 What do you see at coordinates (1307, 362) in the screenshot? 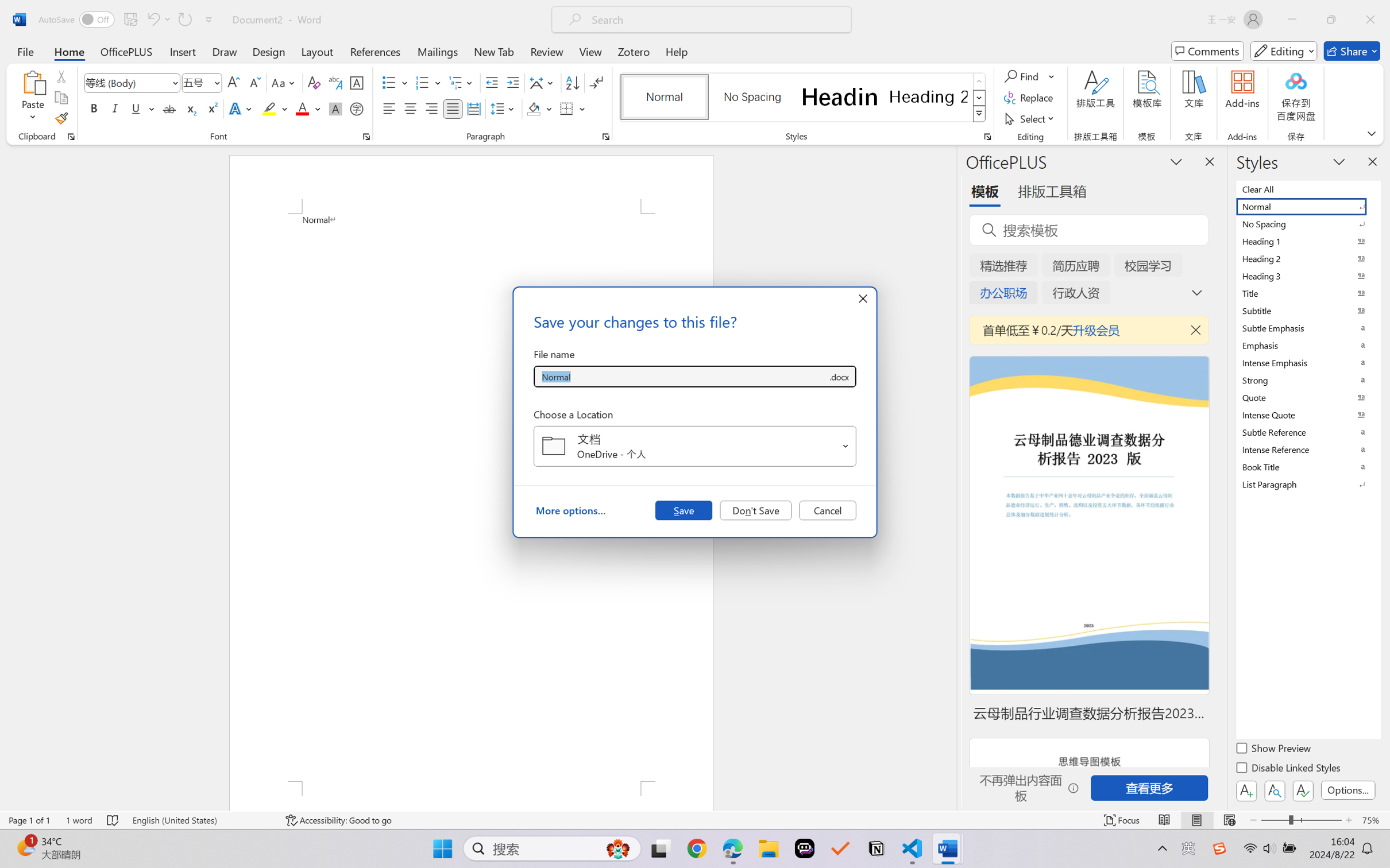
I see `'Intense Emphasis'` at bounding box center [1307, 362].